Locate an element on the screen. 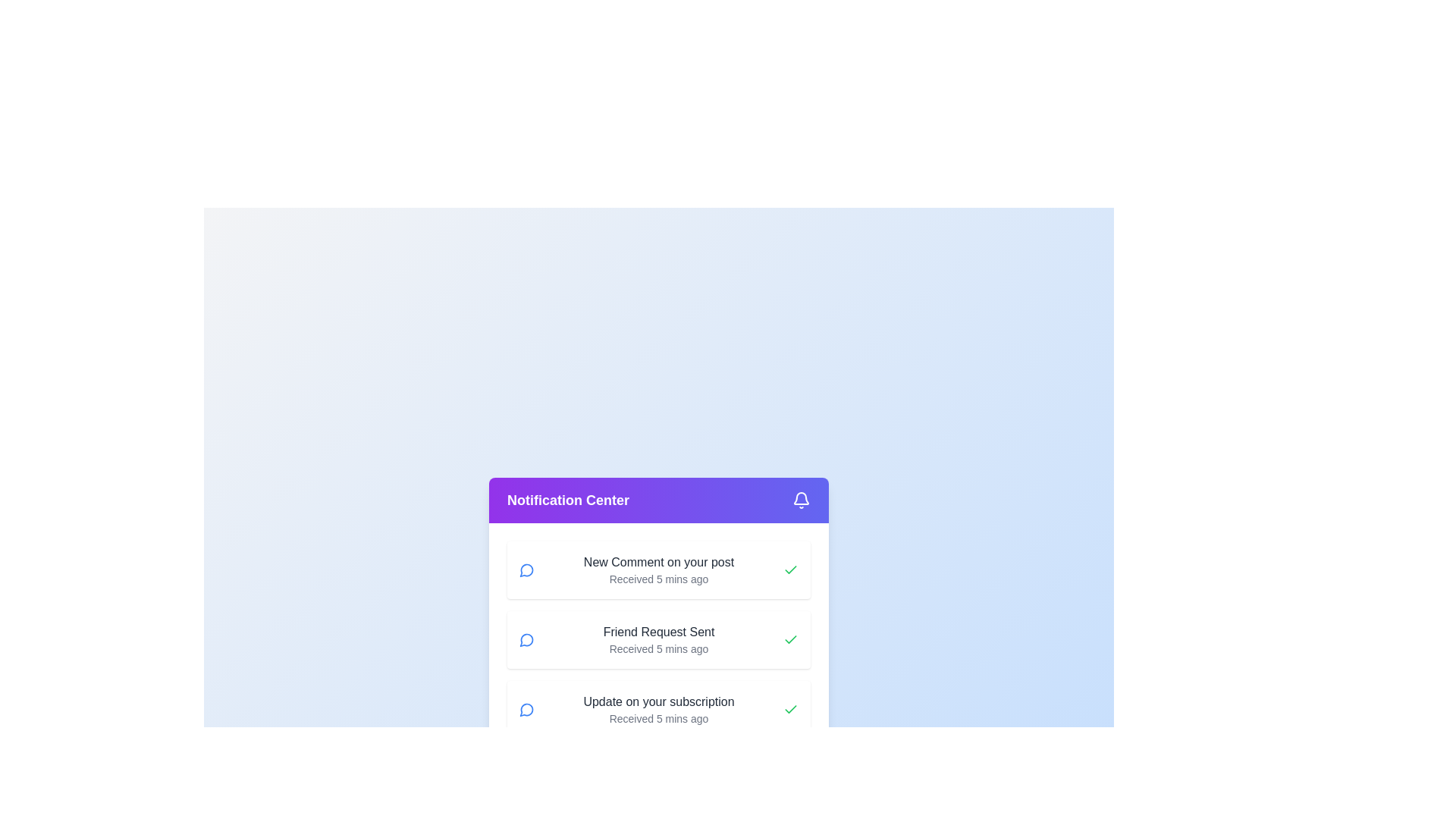 This screenshot has height=819, width=1456. notification text that displays 'Friend Request Sent' and 'Received 5 mins ago', which is the second item in the notification list is located at coordinates (658, 640).